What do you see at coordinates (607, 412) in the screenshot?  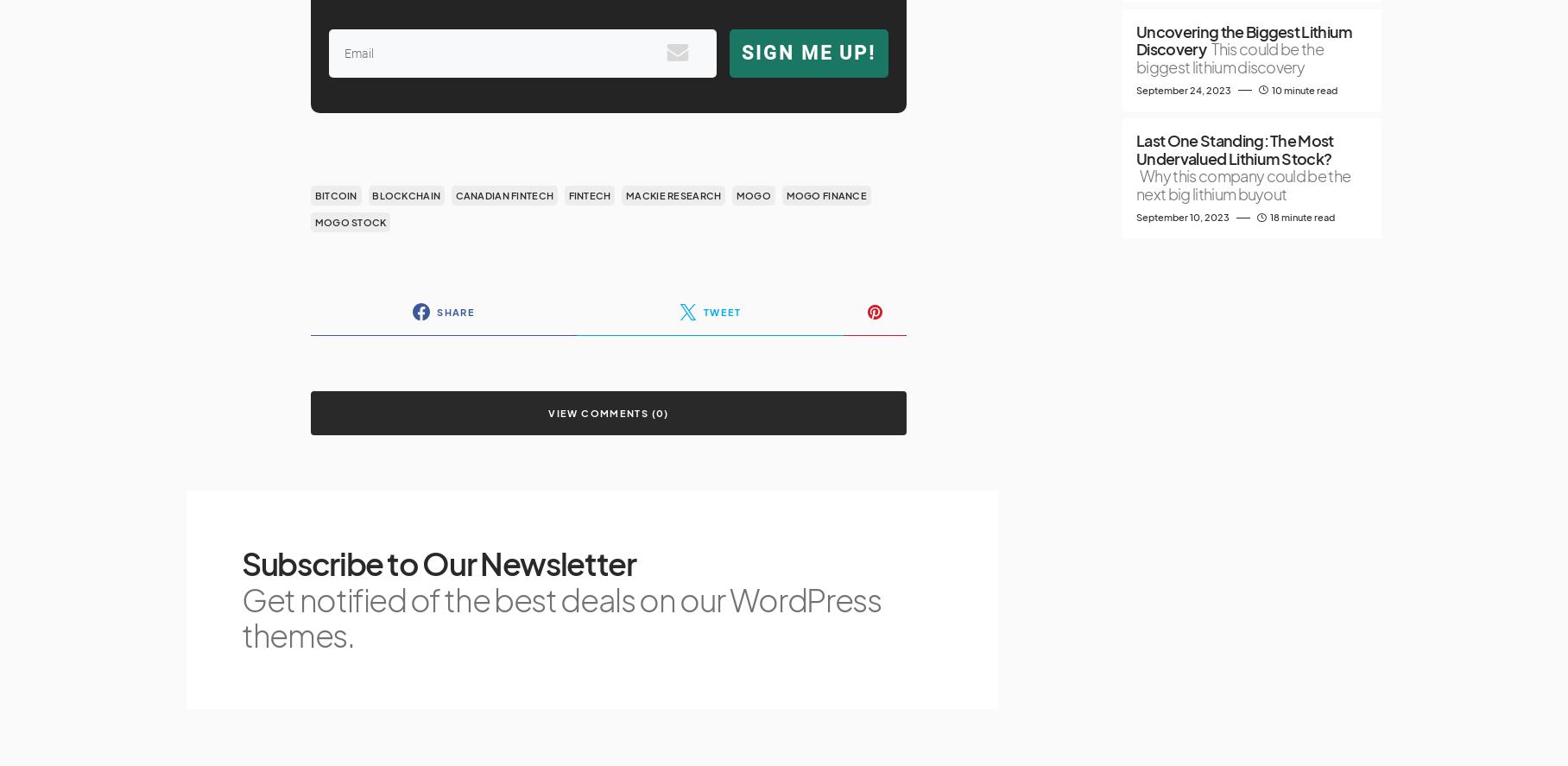 I see `'View Comments (0)'` at bounding box center [607, 412].